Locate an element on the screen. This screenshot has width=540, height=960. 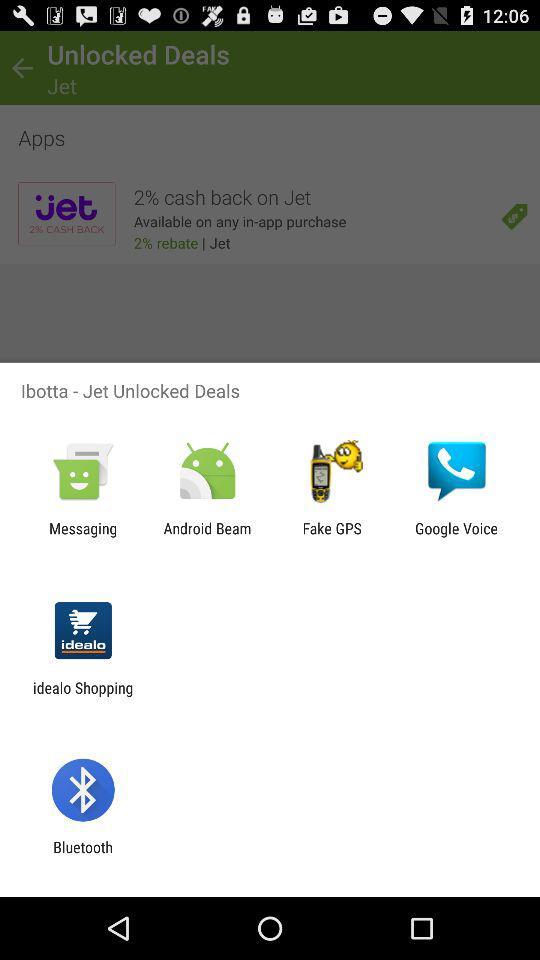
icon next to the messaging item is located at coordinates (206, 536).